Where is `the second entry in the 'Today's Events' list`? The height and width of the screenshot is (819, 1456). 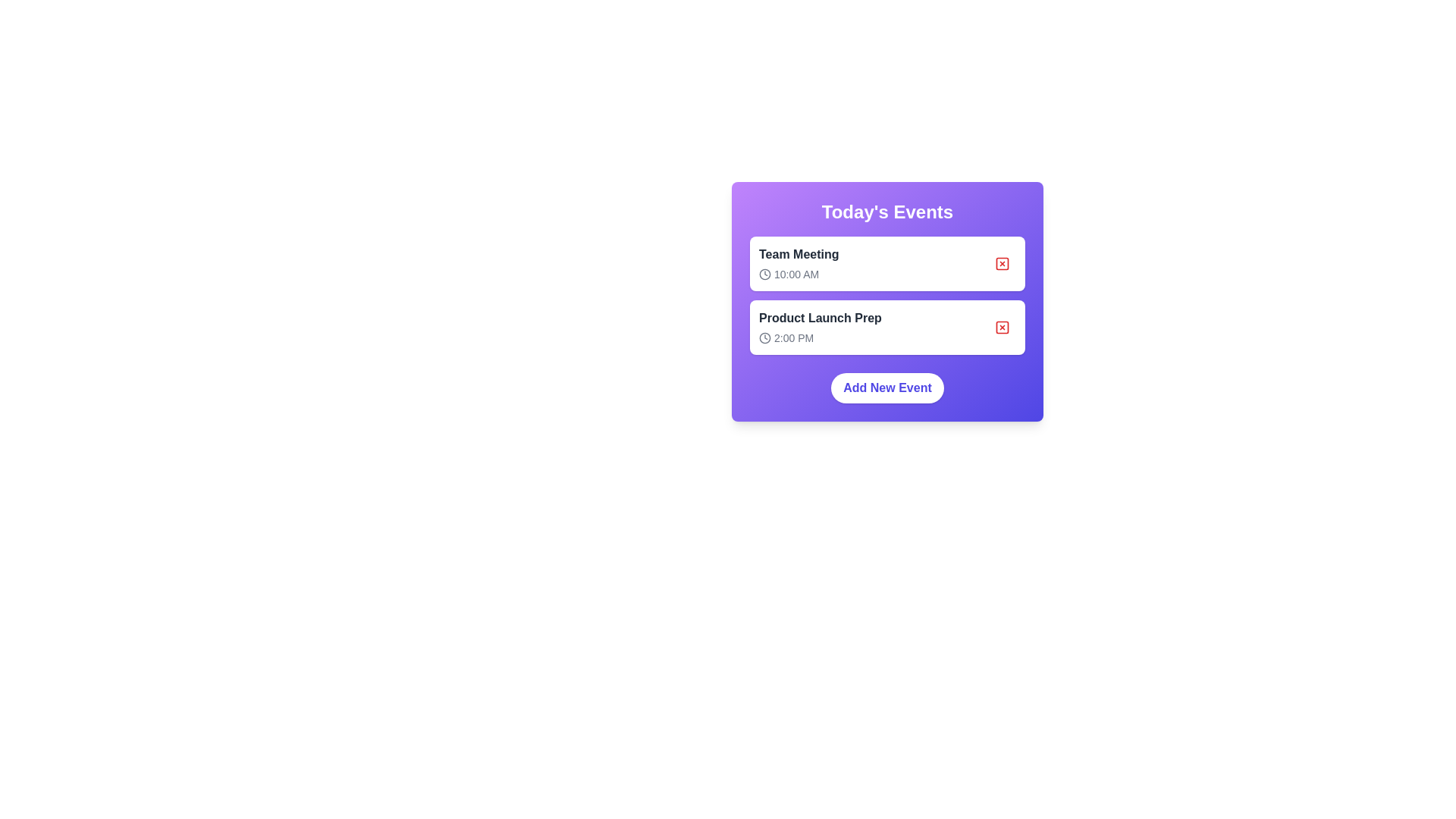
the second entry in the 'Today's Events' list is located at coordinates (819, 327).